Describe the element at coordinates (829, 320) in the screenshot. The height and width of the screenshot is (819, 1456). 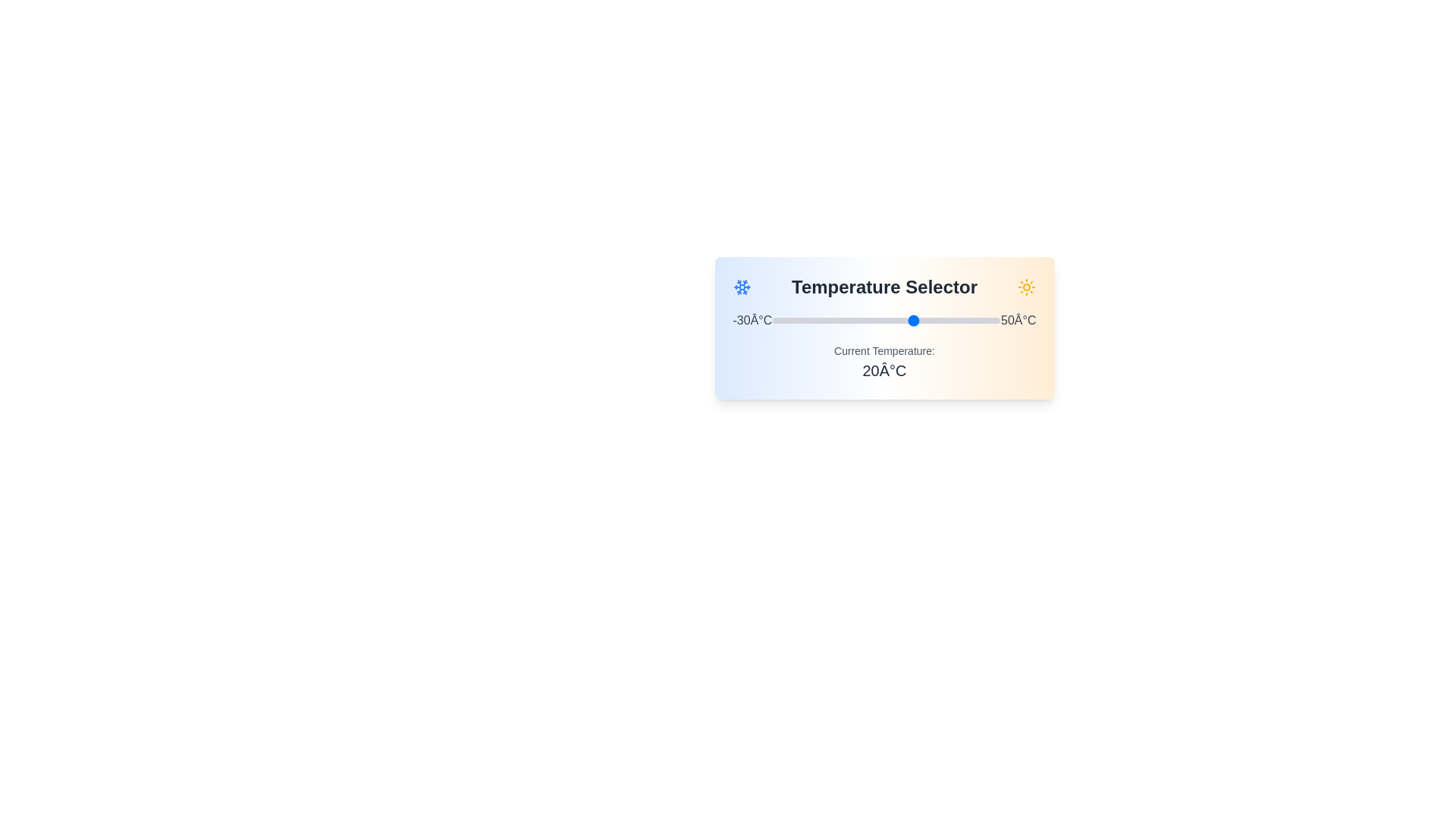
I see `the temperature slider` at that location.